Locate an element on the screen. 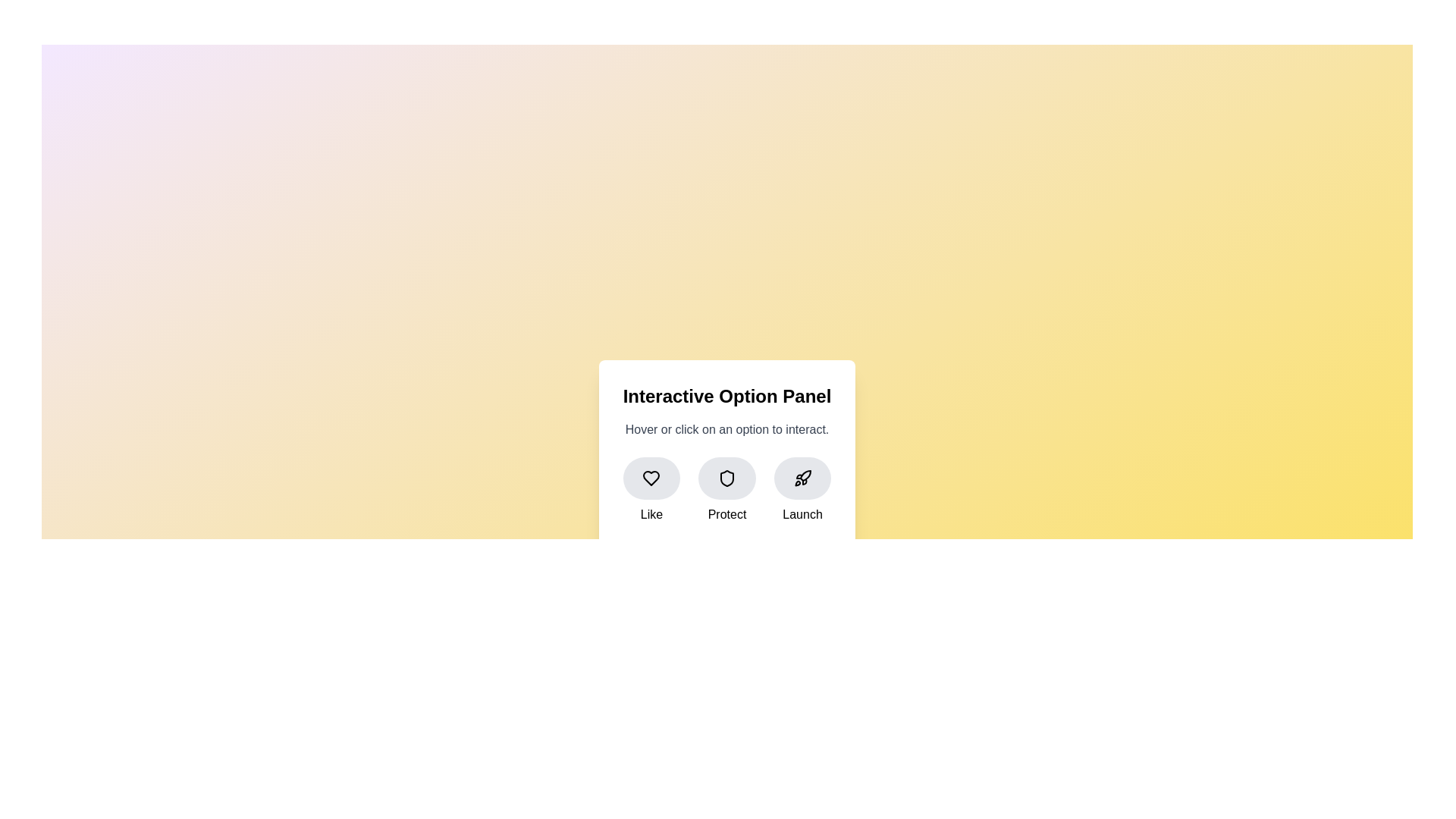 The width and height of the screenshot is (1456, 819). the circular button with a light gray background and a shield icon in the center, which is the middle button of three horizontally aligned buttons on an interactive panel is located at coordinates (726, 479).